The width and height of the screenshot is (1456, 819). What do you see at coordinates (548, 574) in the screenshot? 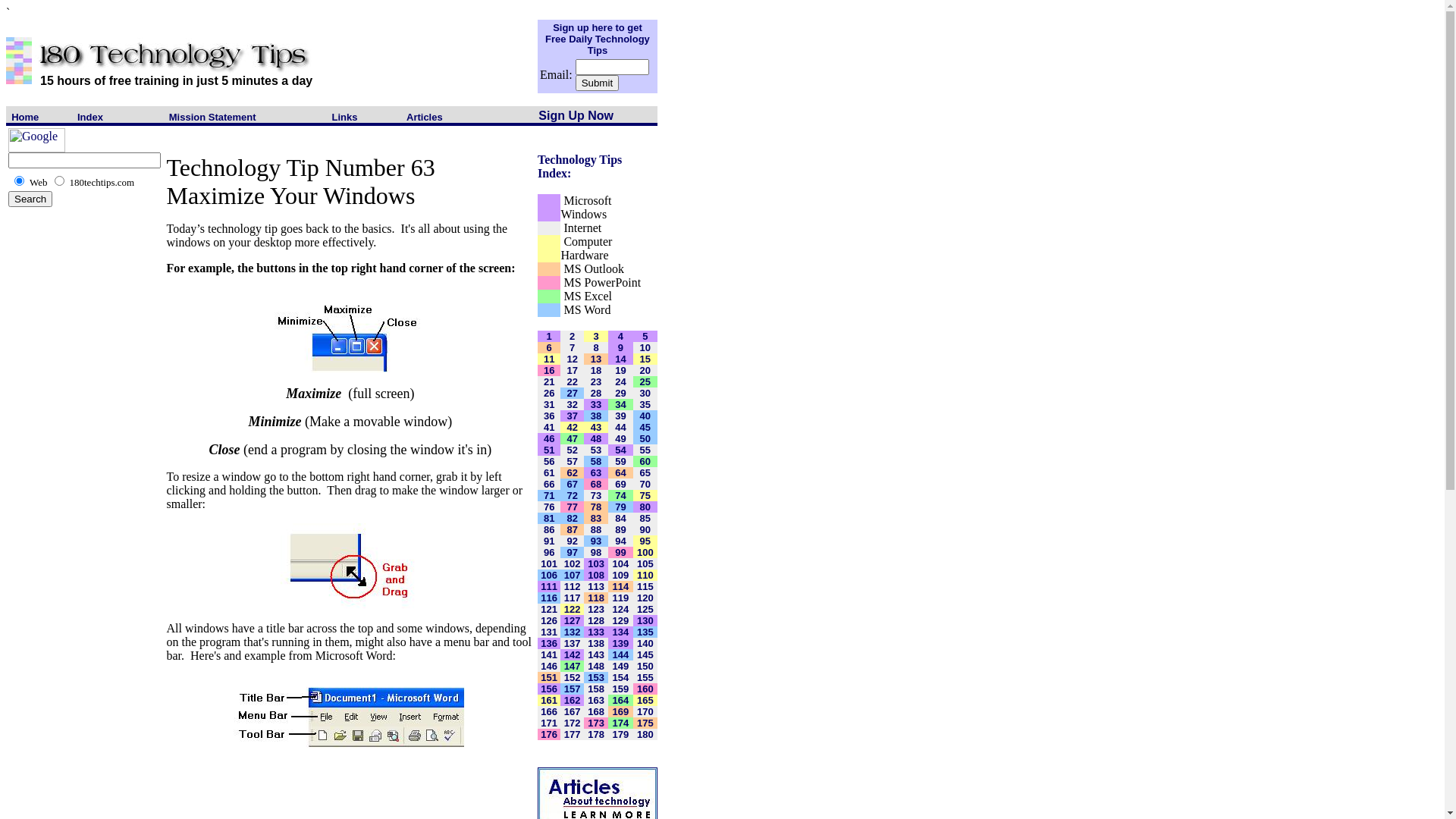
I see `'106'` at bounding box center [548, 574].